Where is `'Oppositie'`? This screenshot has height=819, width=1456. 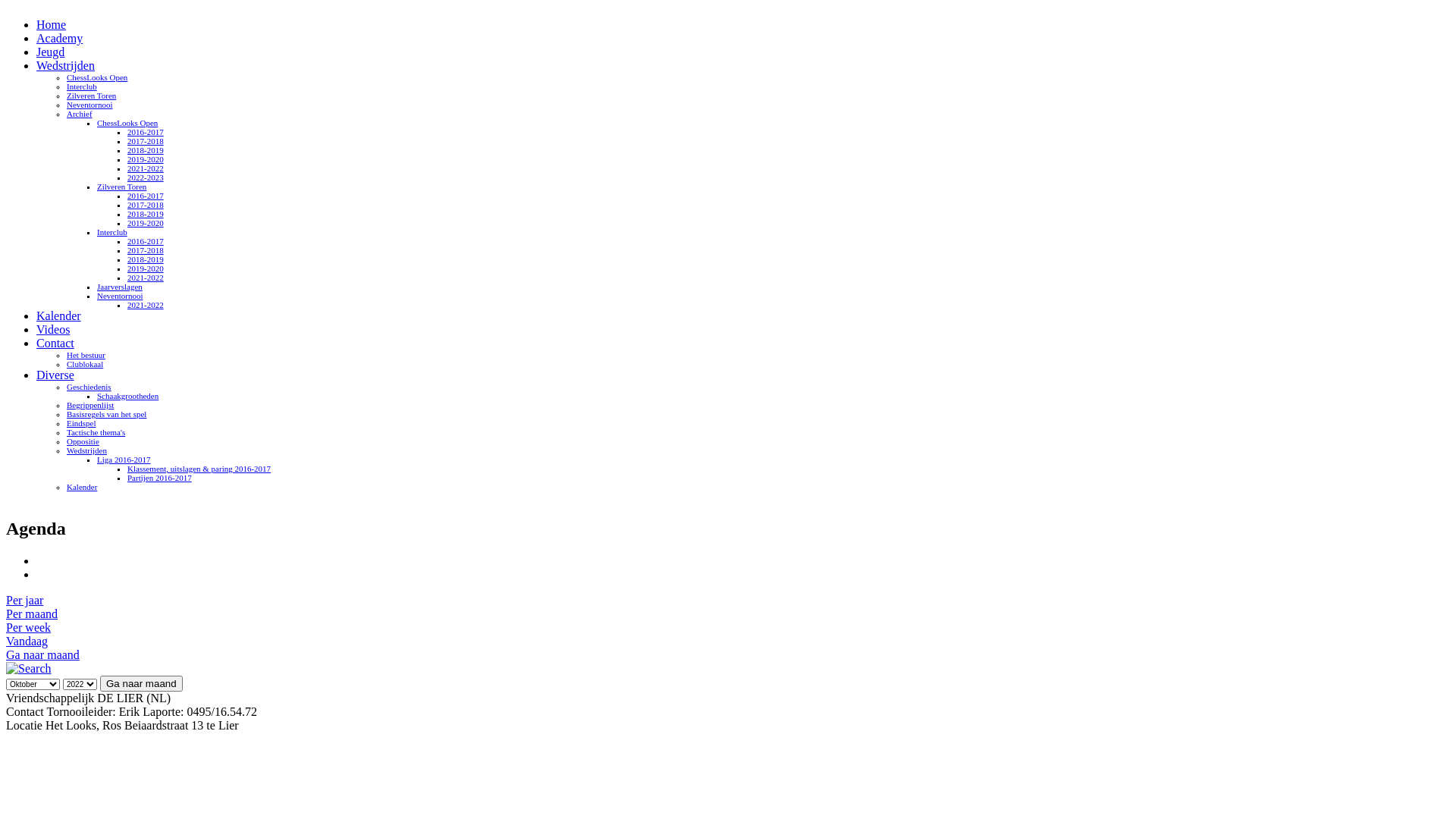
'Oppositie' is located at coordinates (82, 441).